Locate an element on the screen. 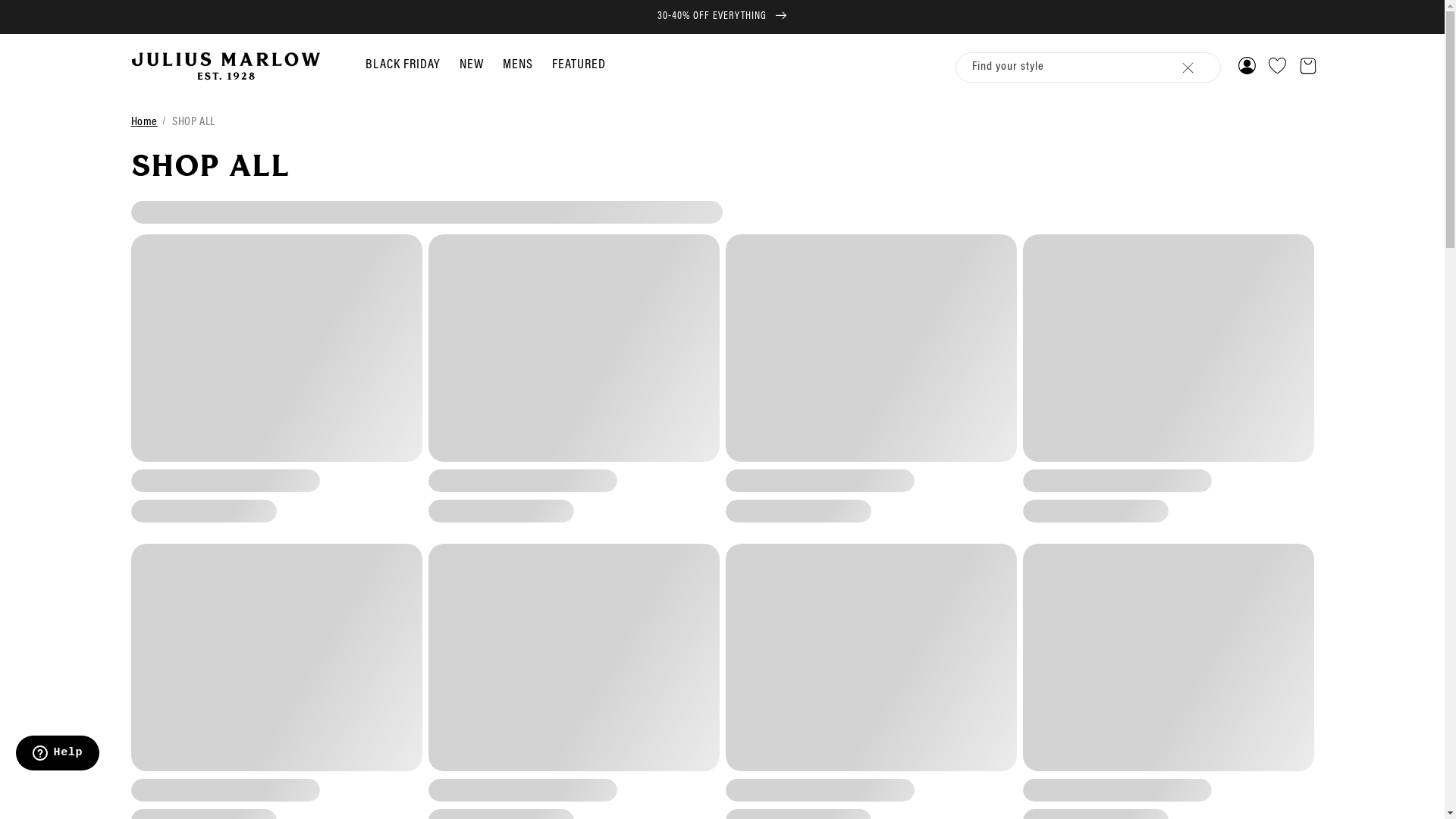  'BLACK FRIDAY' is located at coordinates (365, 64).